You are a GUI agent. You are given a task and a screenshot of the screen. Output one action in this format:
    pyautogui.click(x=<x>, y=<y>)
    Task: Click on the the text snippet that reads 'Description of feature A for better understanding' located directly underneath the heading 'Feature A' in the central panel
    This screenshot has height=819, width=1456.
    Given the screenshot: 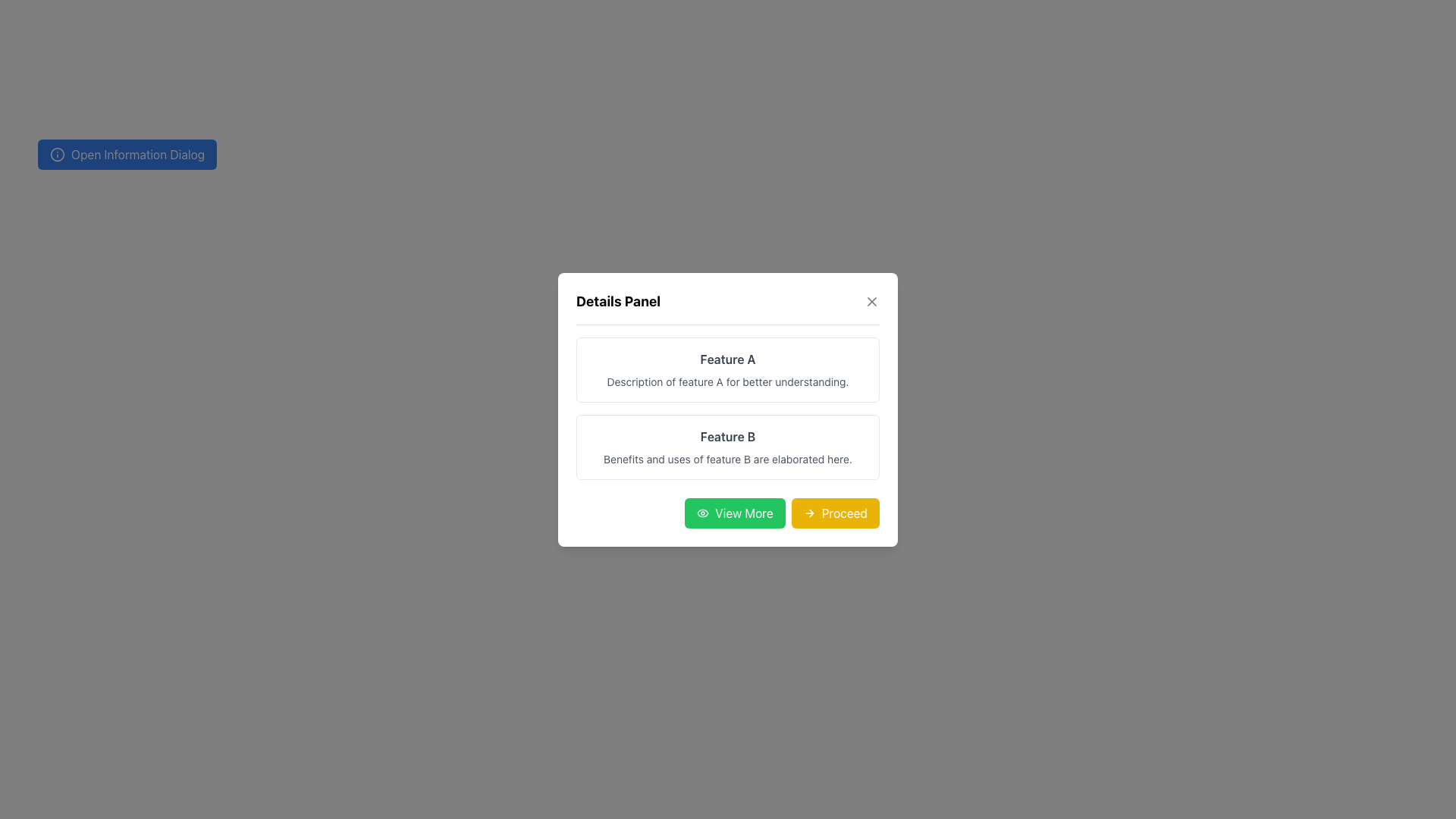 What is the action you would take?
    pyautogui.click(x=728, y=380)
    